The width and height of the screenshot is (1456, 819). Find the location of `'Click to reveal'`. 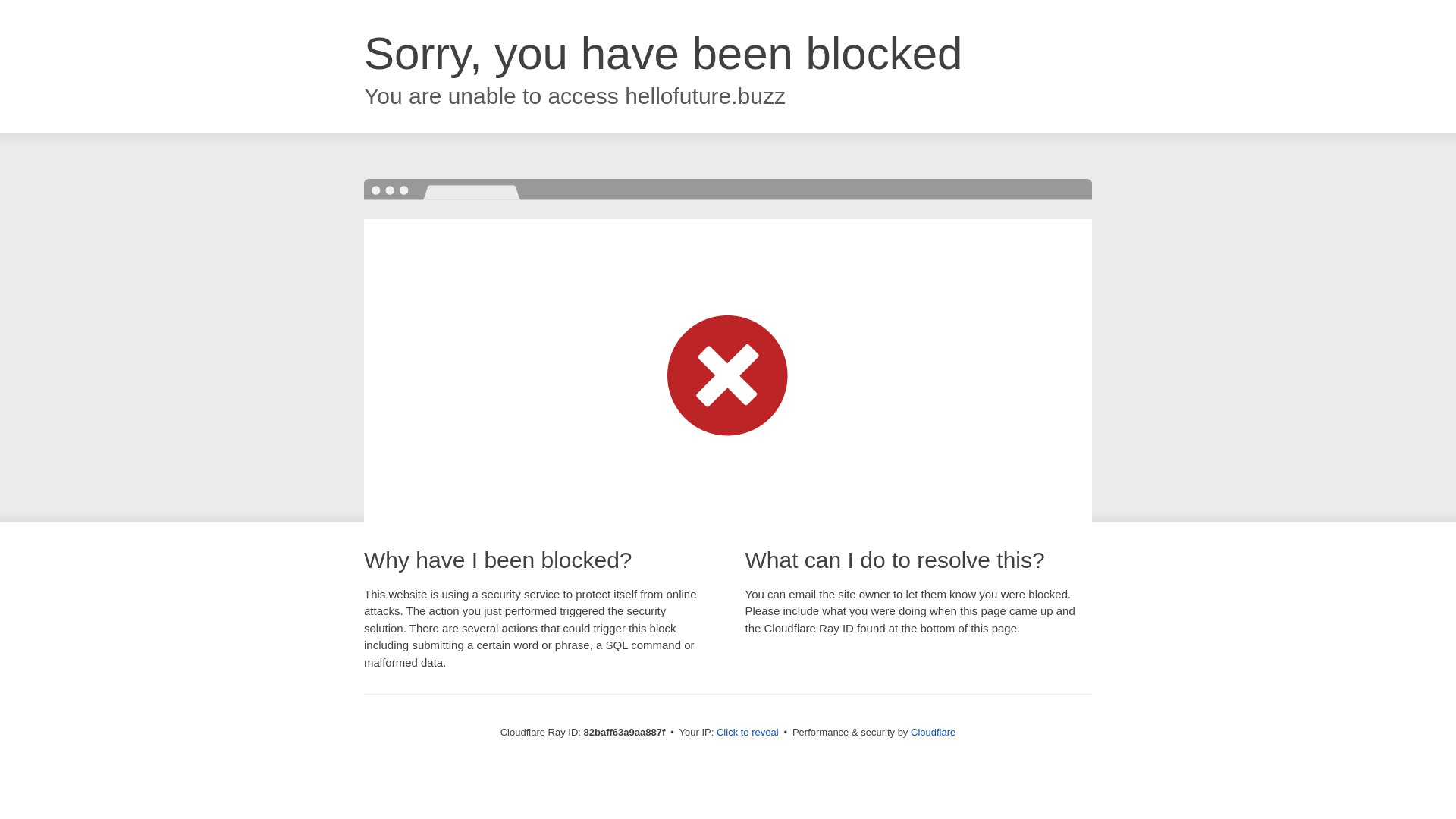

'Click to reveal' is located at coordinates (716, 731).